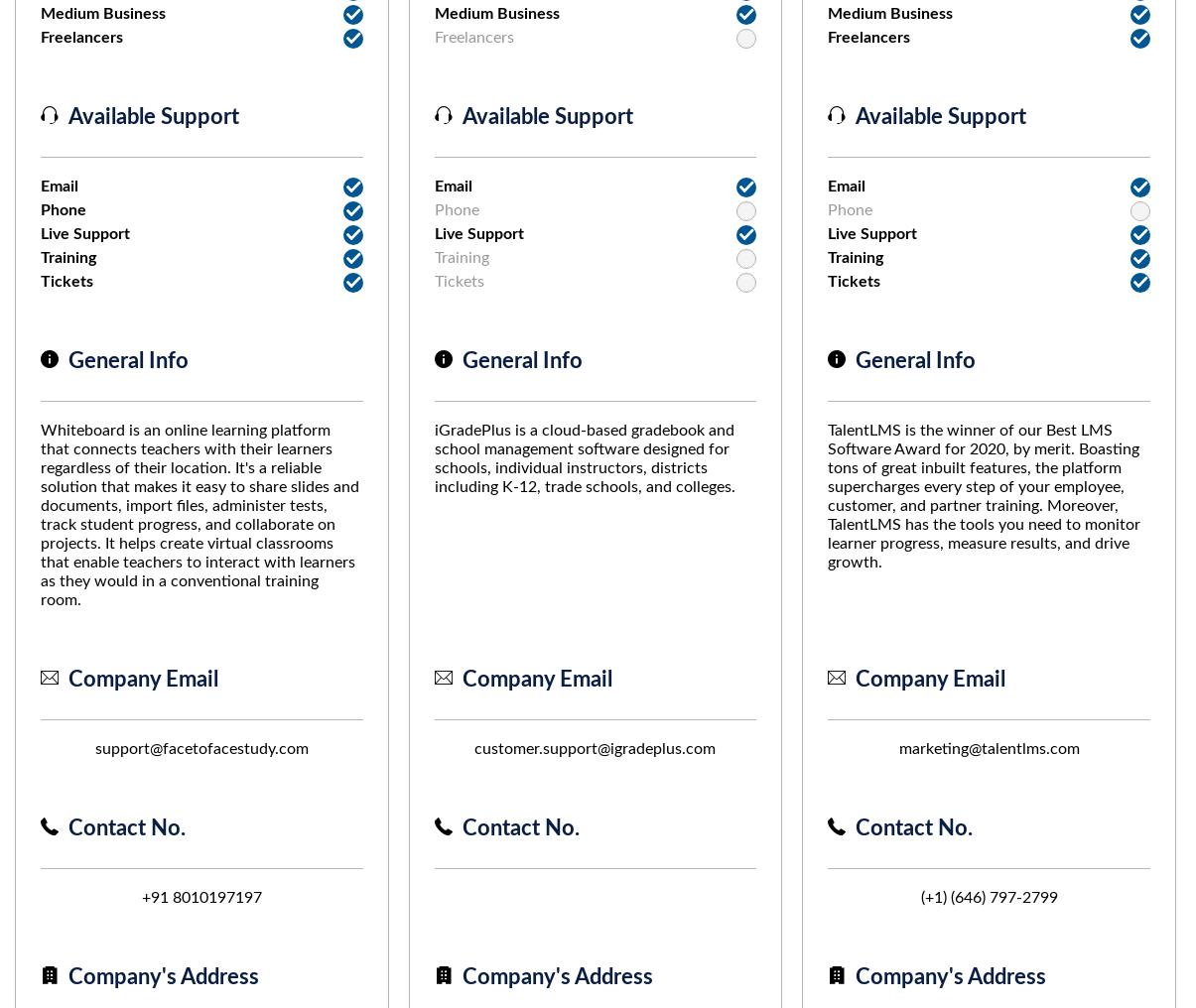 The width and height of the screenshot is (1196, 1008). I want to click on 'marketing@talentlms.com', so click(989, 748).